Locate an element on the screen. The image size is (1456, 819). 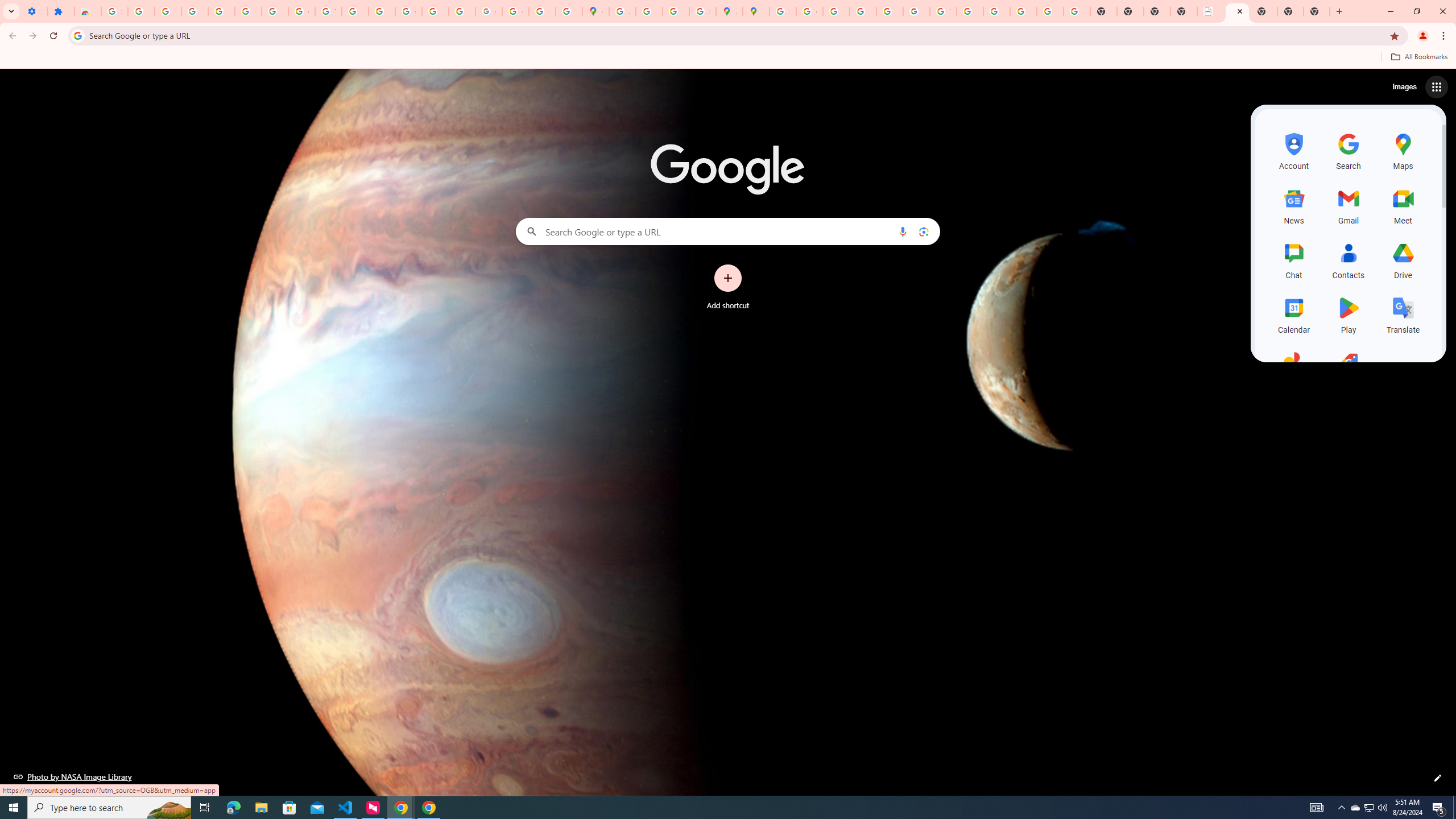
'Delete photos & videos - Computer - Google Photos Help' is located at coordinates (167, 11).